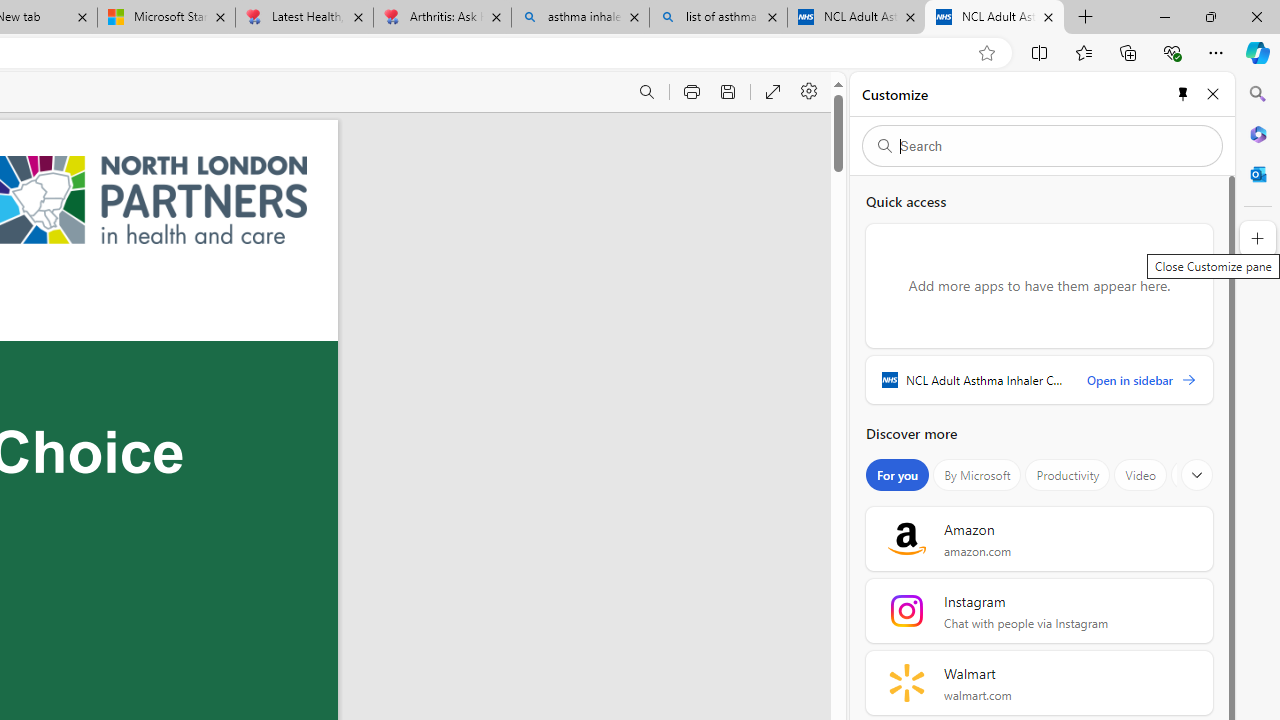 The height and width of the screenshot is (720, 1280). Describe the element at coordinates (977, 475) in the screenshot. I see `'By Microsoft'` at that location.